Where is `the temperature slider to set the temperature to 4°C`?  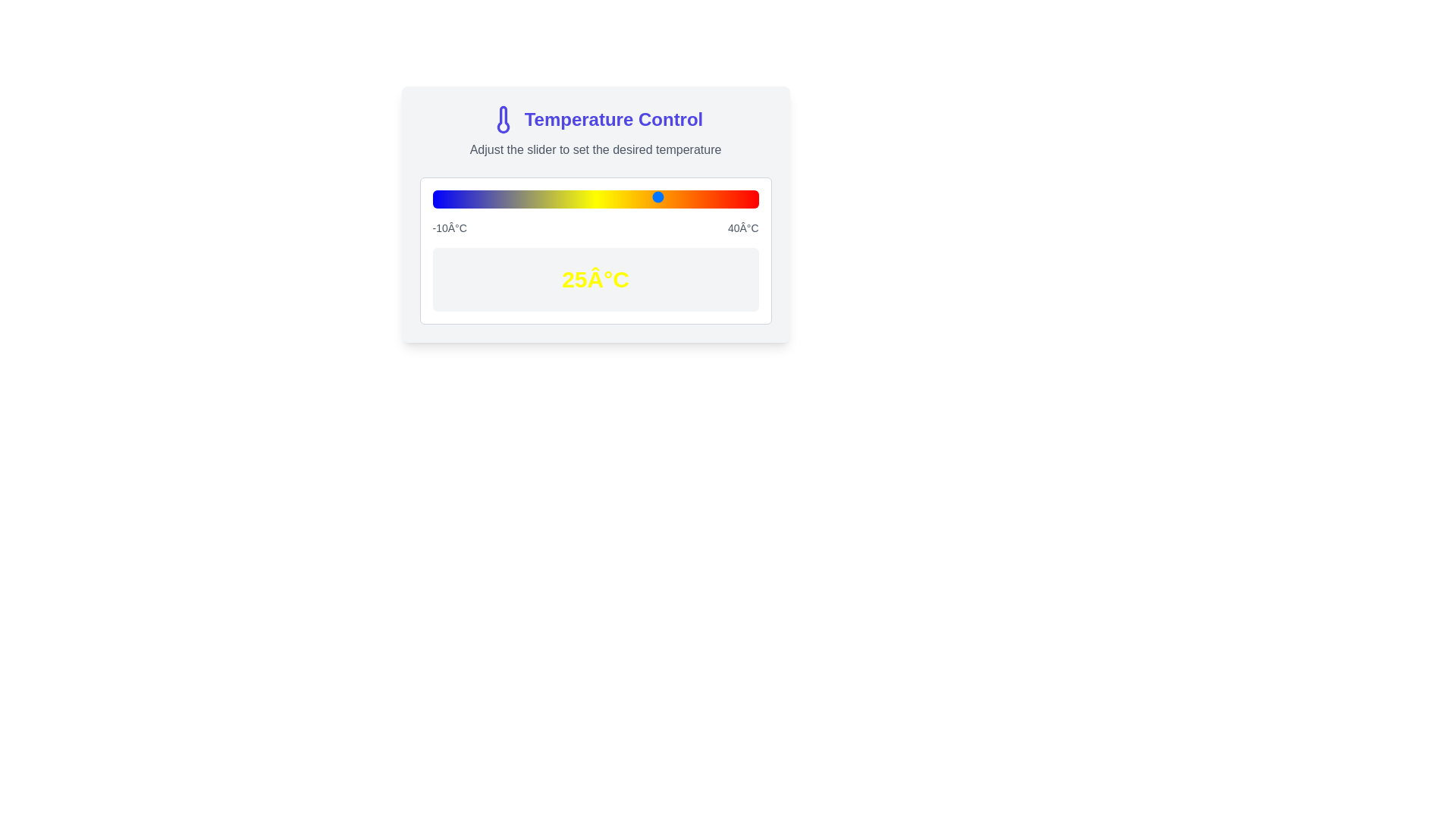
the temperature slider to set the temperature to 4°C is located at coordinates (523, 196).